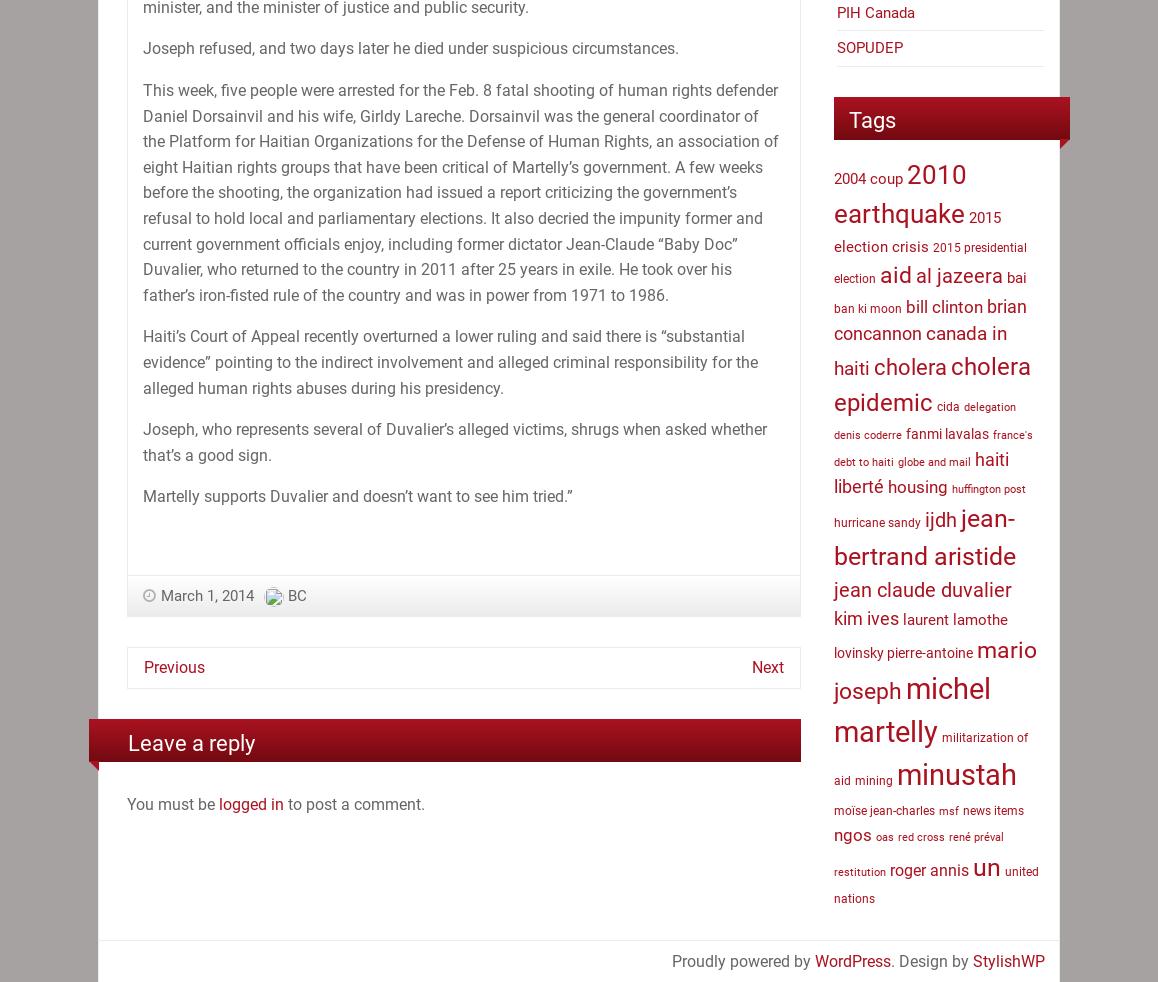  What do you see at coordinates (832, 651) in the screenshot?
I see `'lovinsky pierre-antoine'` at bounding box center [832, 651].